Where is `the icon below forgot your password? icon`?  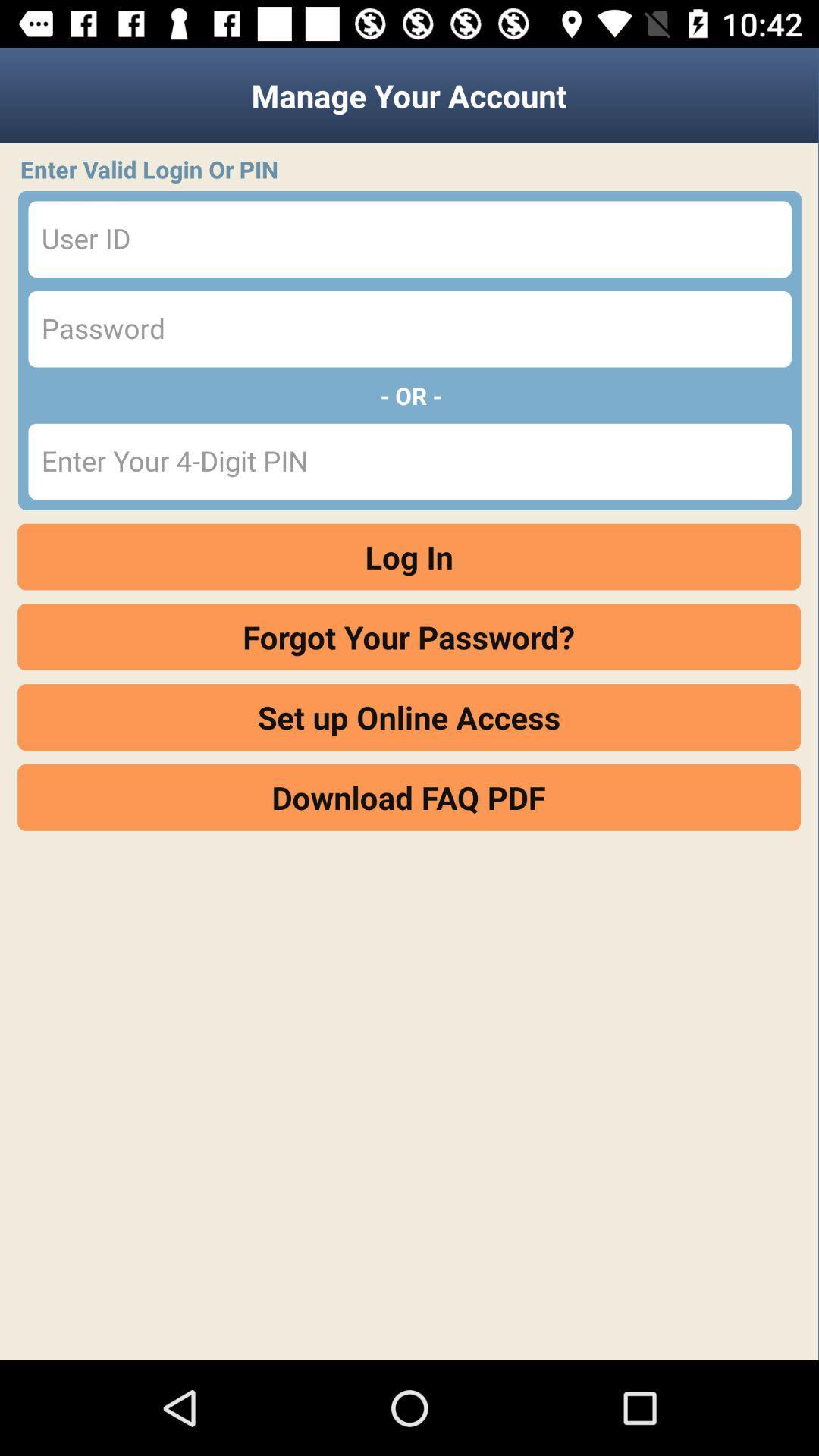 the icon below forgot your password? icon is located at coordinates (408, 717).